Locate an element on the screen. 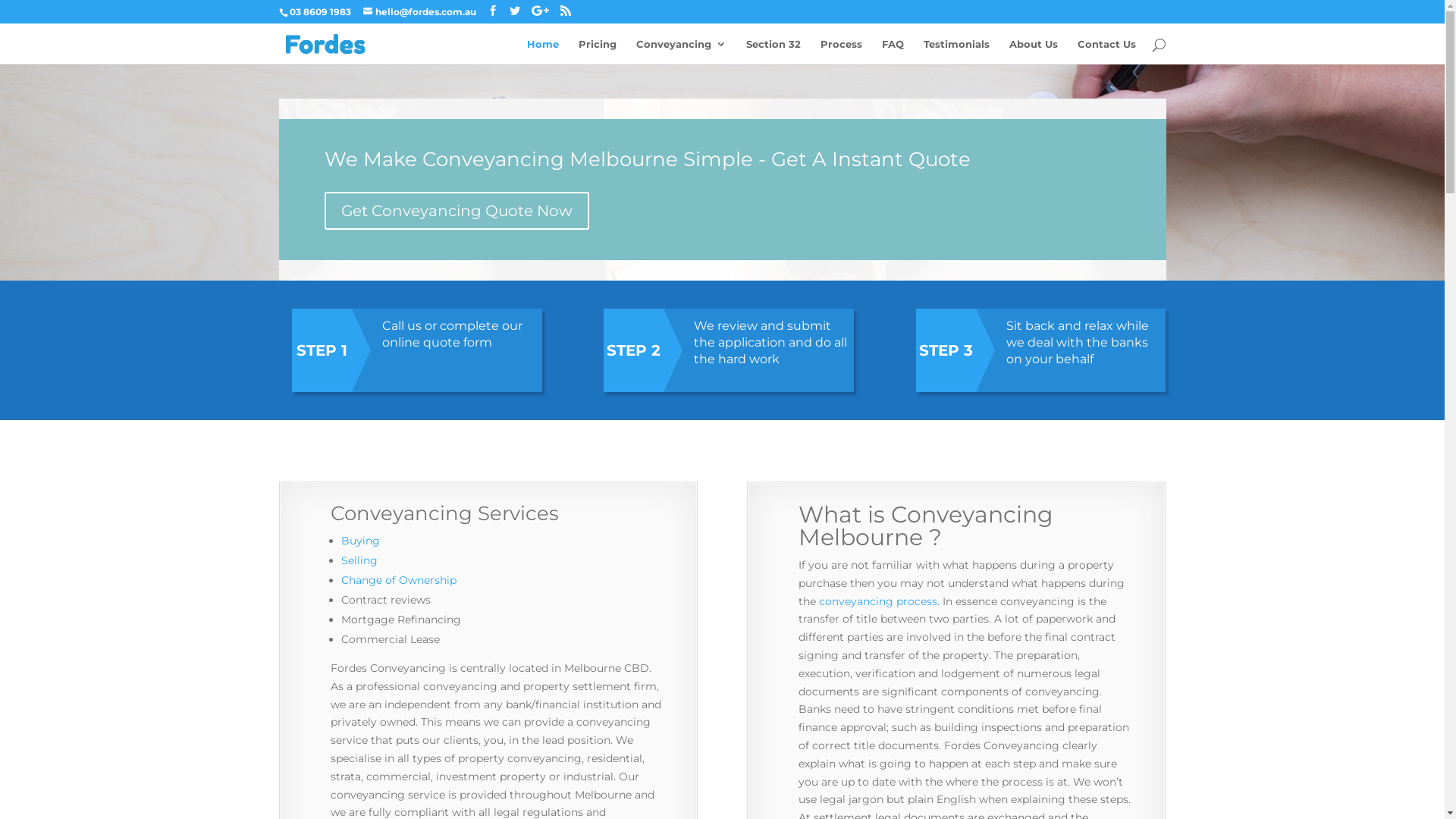  'Contact Us' is located at coordinates (1106, 51).